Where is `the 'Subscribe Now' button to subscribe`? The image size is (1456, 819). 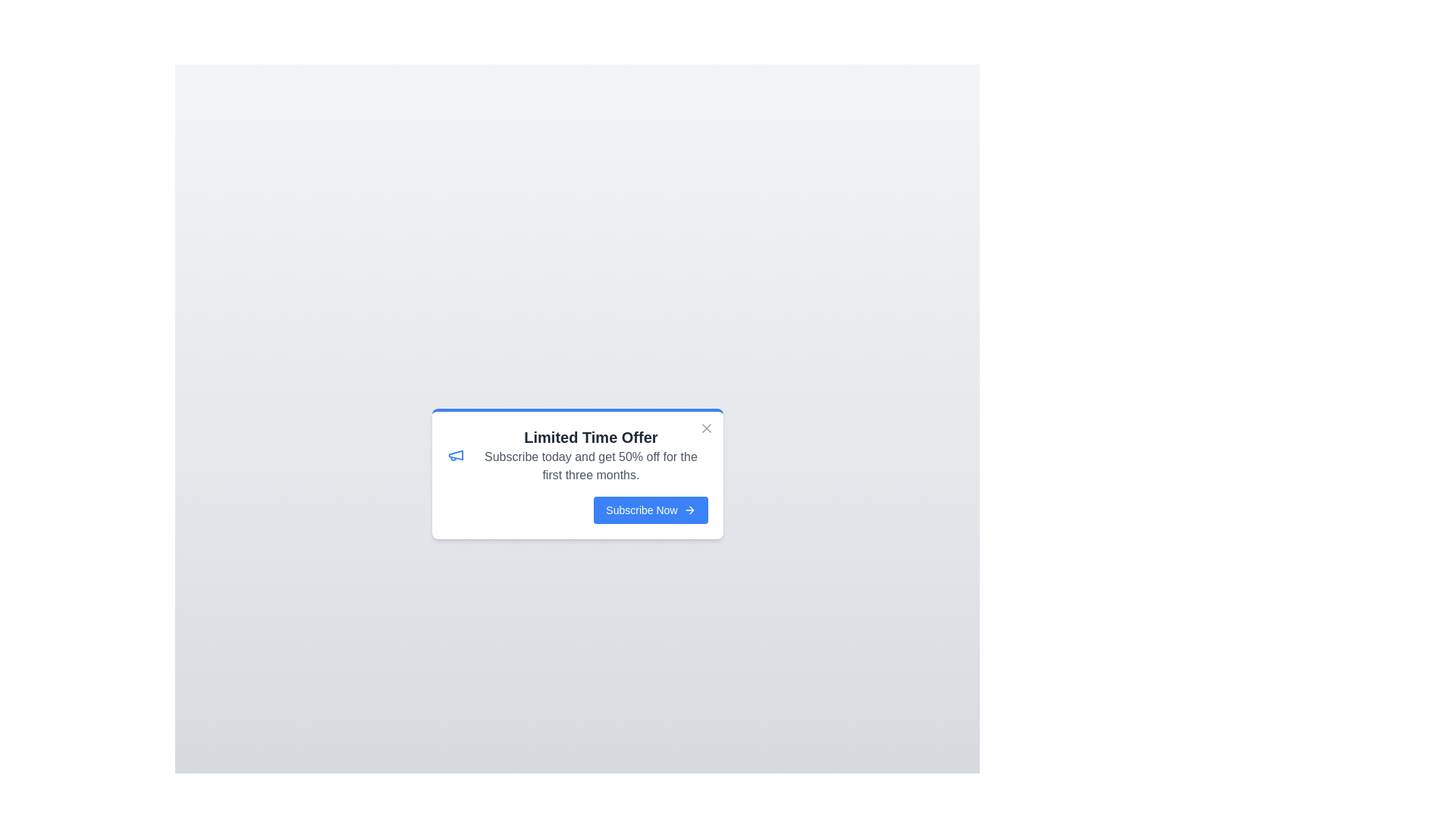
the 'Subscribe Now' button to subscribe is located at coordinates (651, 510).